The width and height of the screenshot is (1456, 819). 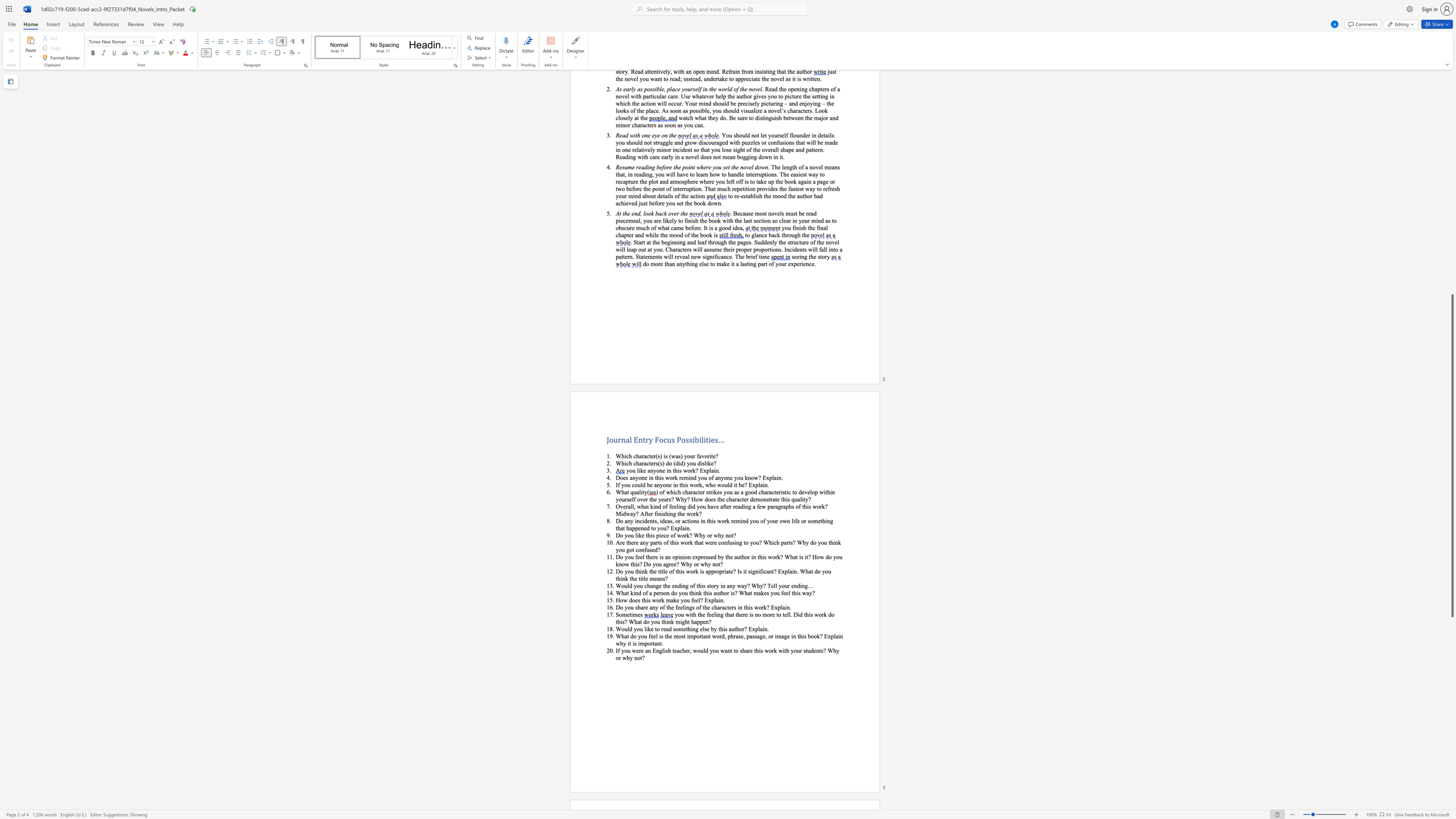 I want to click on the 1th character "x" in the text, so click(x=675, y=527).